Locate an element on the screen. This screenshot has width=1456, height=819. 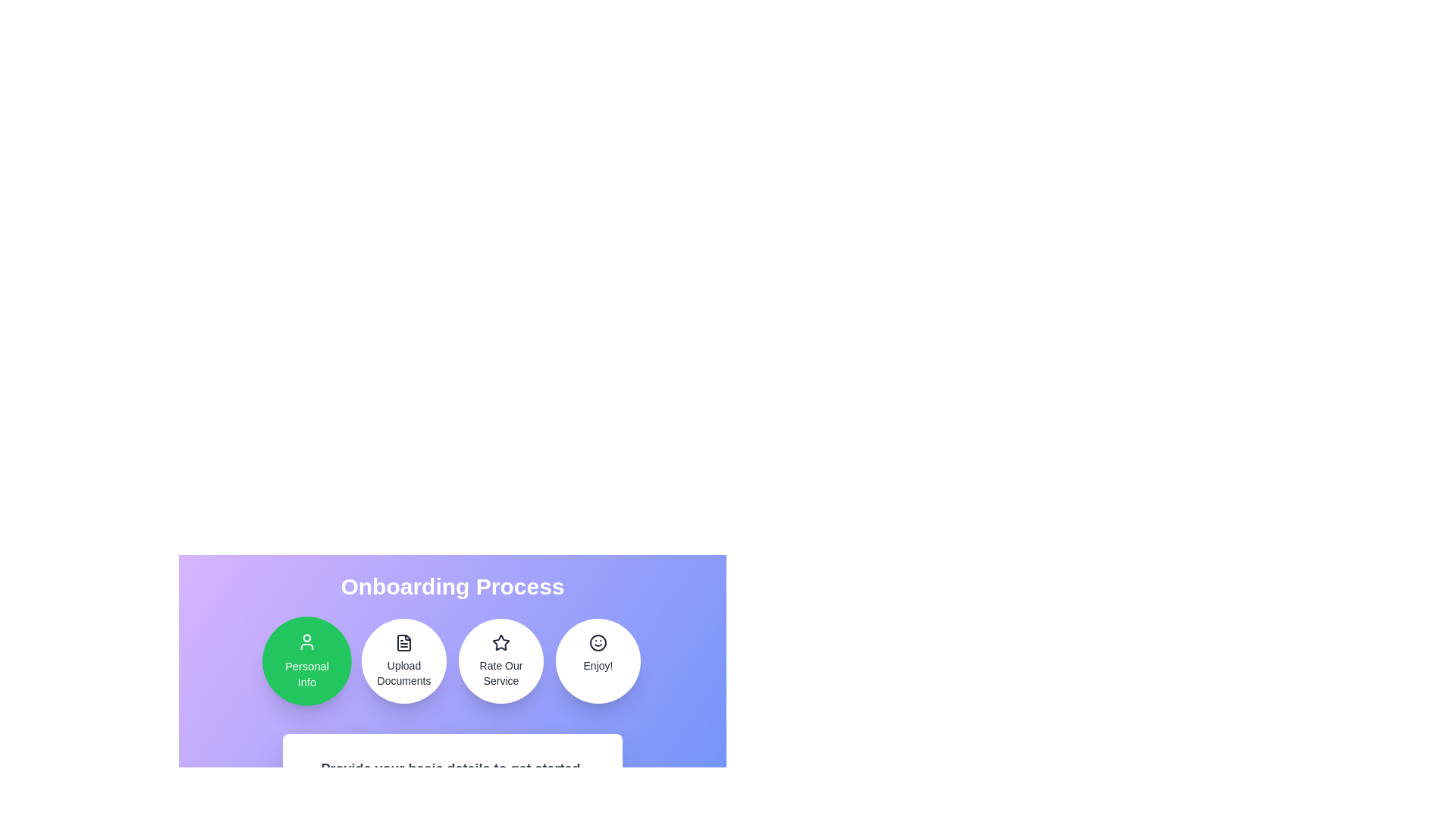
the onboarding step Upload Documents by clicking on its corresponding icon is located at coordinates (403, 660).